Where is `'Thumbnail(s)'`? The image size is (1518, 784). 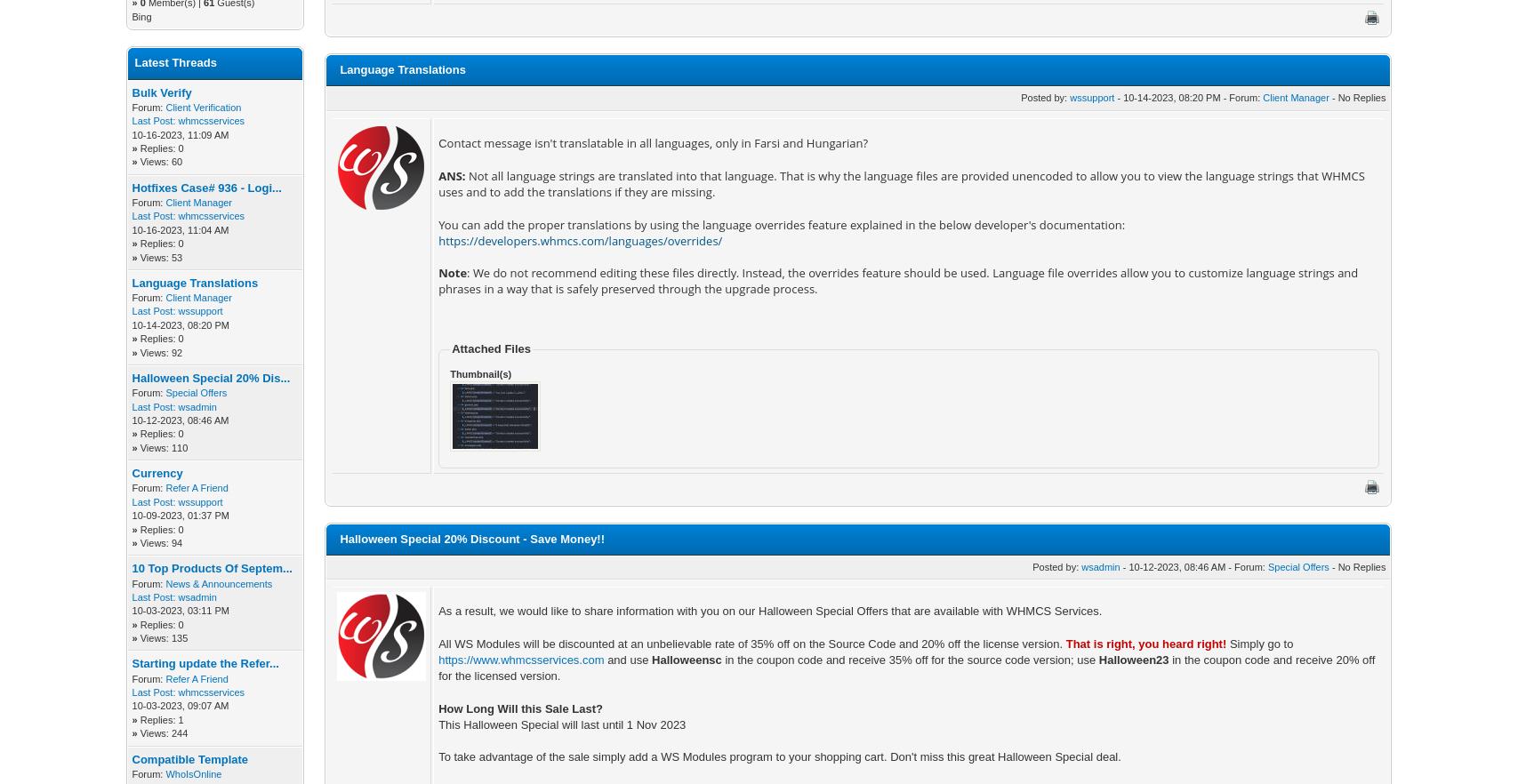
'Thumbnail(s)' is located at coordinates (480, 372).